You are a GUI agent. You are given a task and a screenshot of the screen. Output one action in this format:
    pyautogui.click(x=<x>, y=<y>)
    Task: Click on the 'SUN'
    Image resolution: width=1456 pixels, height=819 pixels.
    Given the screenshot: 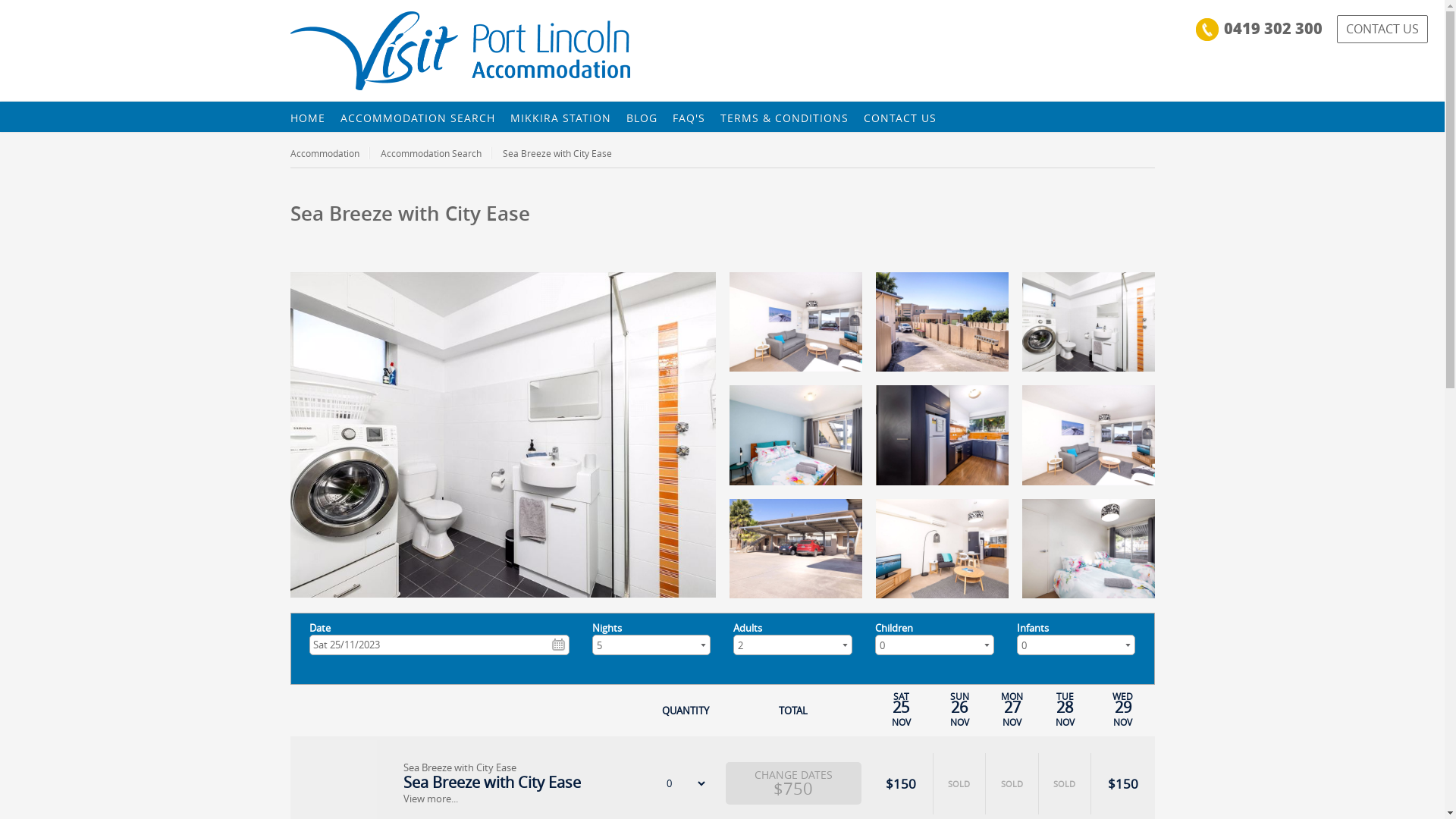 What is the action you would take?
    pyautogui.click(x=959, y=696)
    